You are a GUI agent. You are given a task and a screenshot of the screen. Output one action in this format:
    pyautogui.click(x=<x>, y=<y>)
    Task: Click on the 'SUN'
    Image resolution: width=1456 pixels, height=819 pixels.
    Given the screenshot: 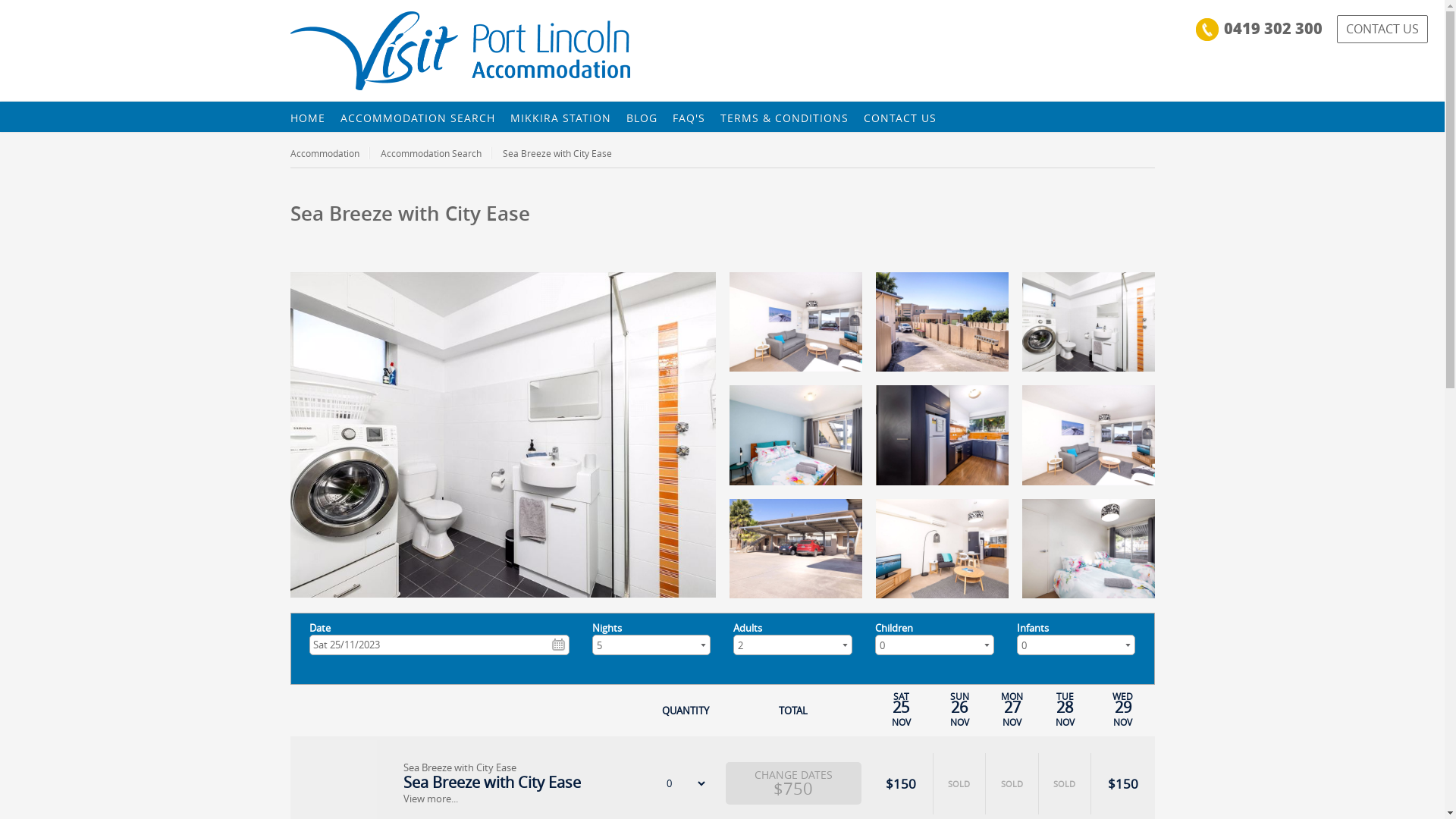 What is the action you would take?
    pyautogui.click(x=959, y=696)
    